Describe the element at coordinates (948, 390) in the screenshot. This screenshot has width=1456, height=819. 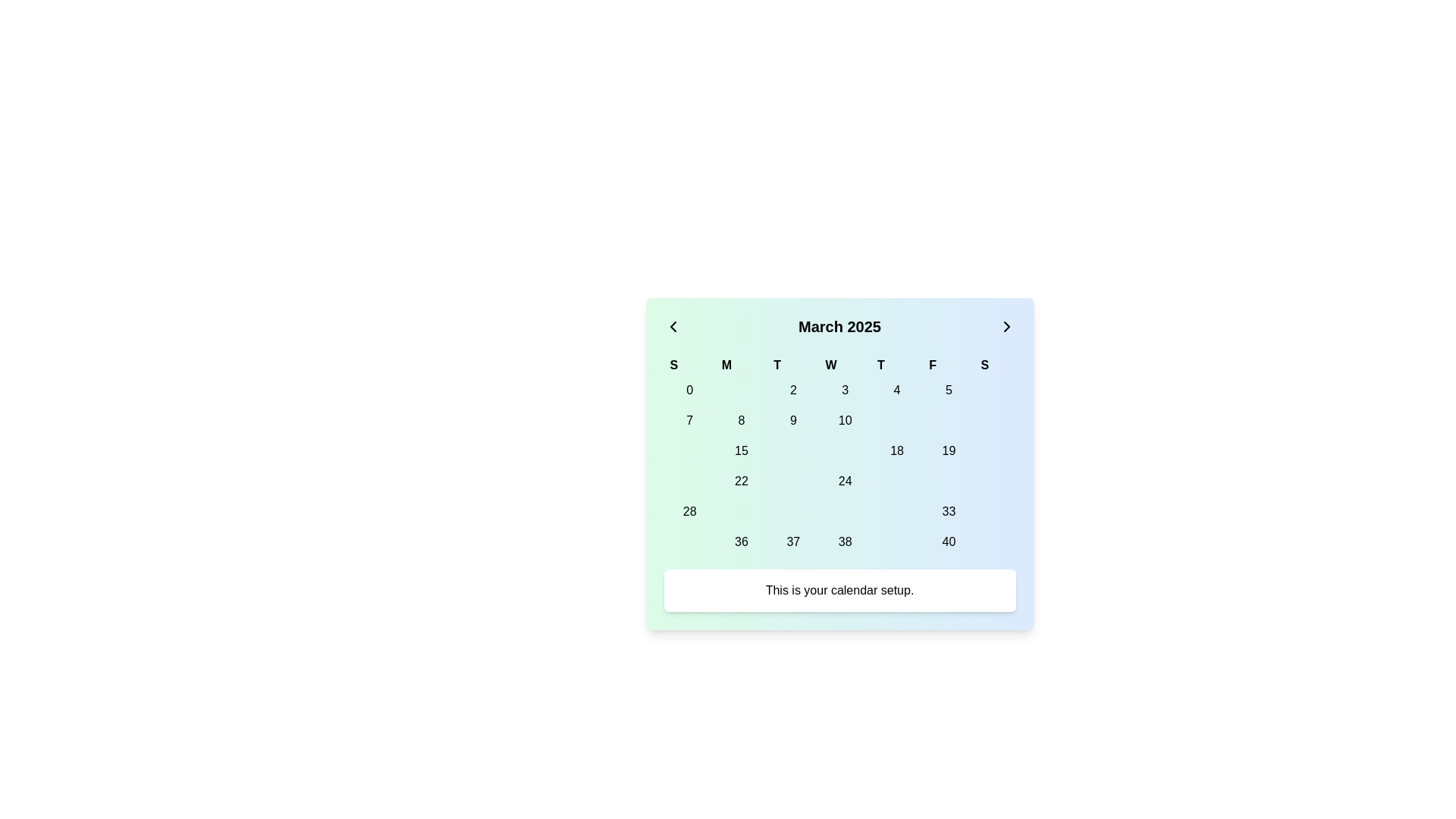
I see `the date '5' in the calendar` at that location.